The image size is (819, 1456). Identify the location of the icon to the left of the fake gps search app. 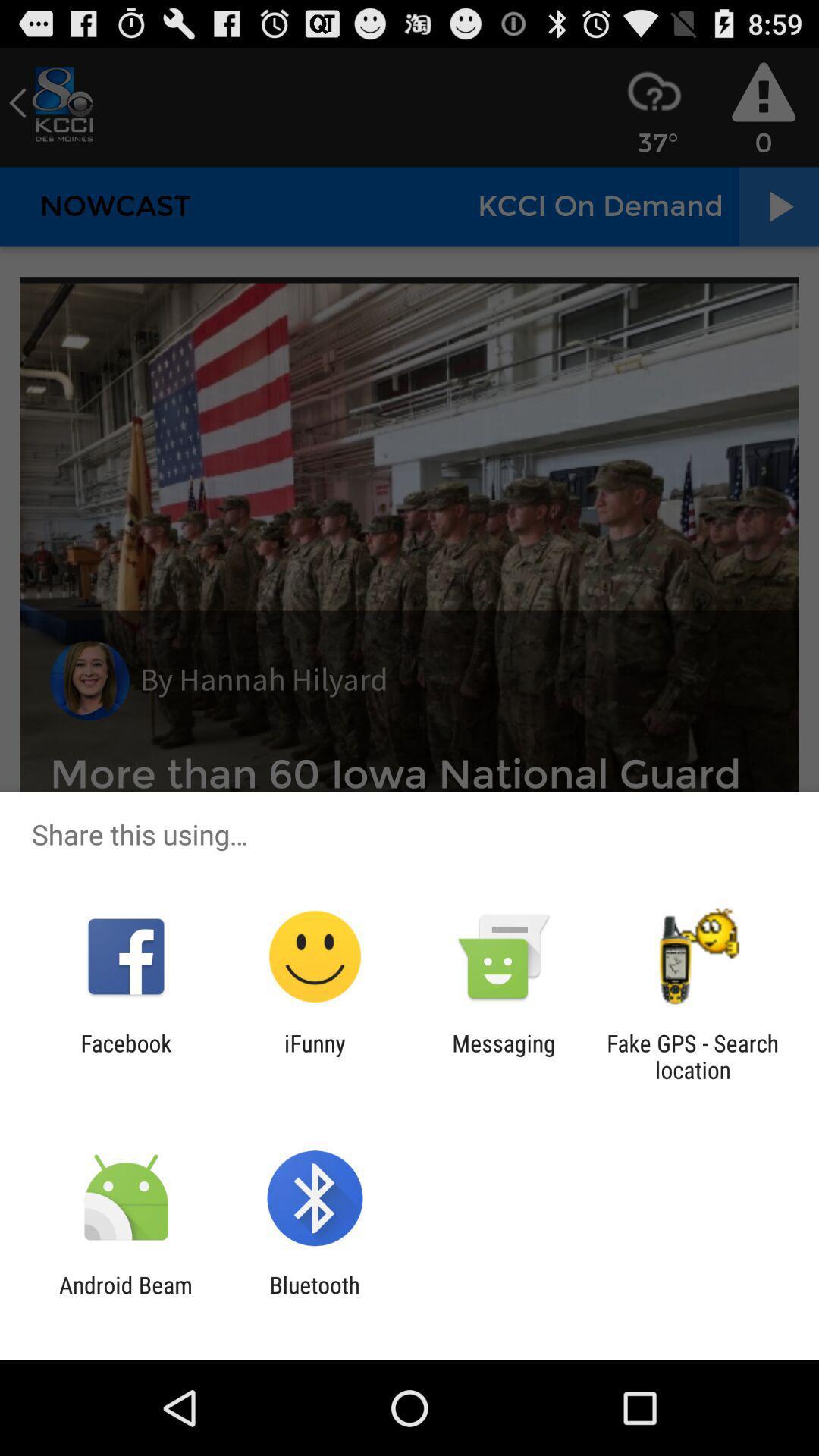
(504, 1056).